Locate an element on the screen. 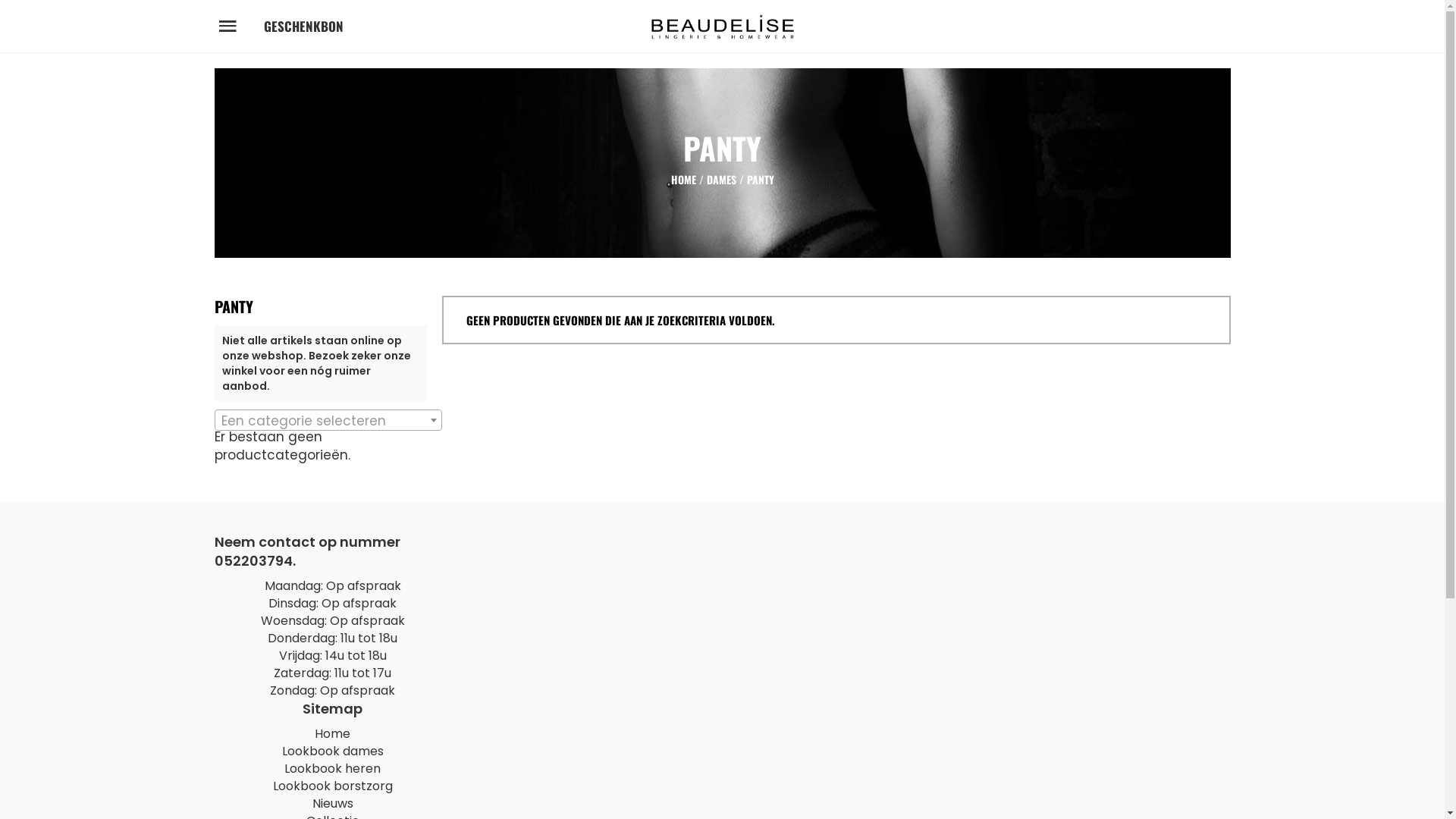 The height and width of the screenshot is (819, 1456). 'HOME' is located at coordinates (682, 178).